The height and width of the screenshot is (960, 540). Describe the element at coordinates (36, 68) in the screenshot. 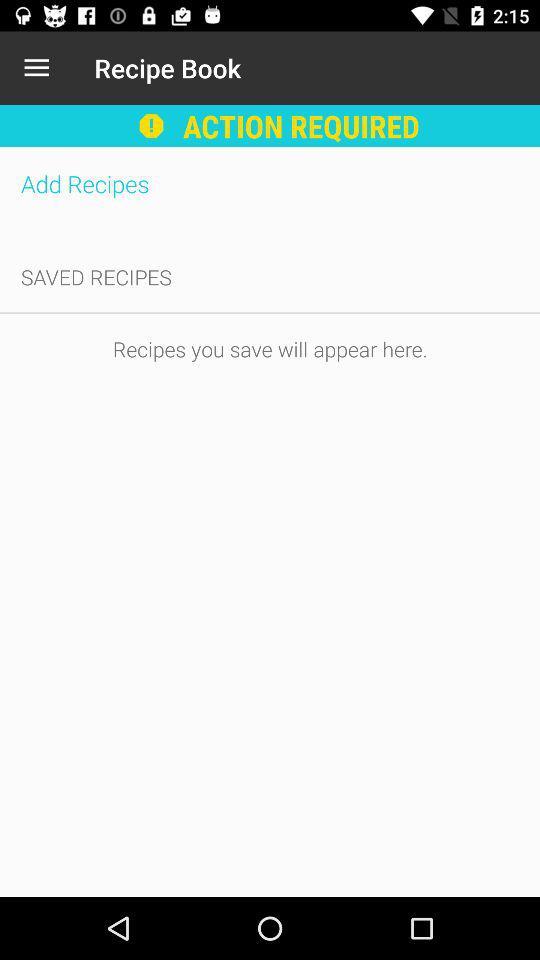

I see `the item next to recipe book icon` at that location.